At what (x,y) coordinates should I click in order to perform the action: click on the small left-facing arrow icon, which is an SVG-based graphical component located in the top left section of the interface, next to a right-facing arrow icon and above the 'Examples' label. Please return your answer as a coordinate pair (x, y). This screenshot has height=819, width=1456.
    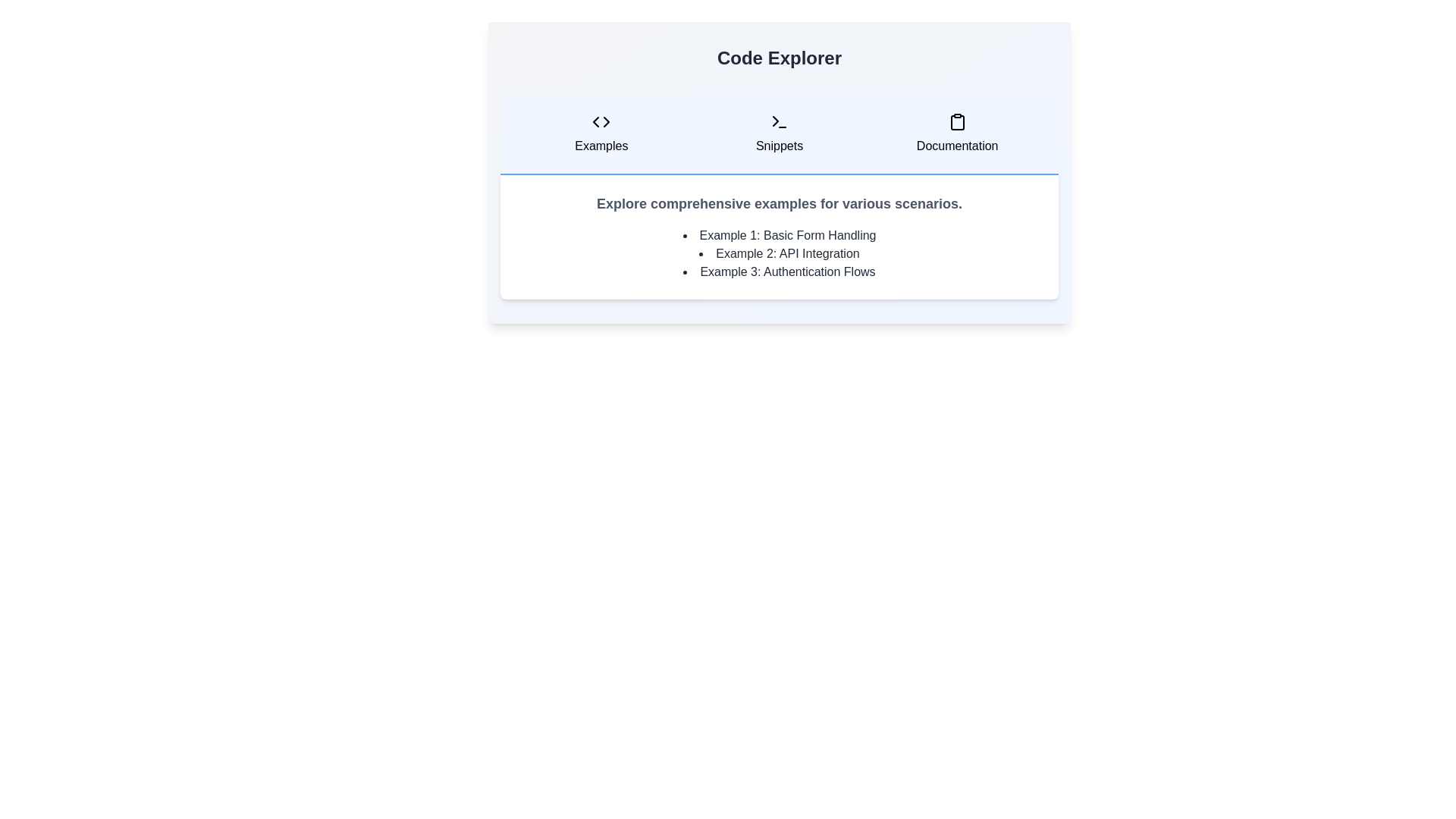
    Looking at the image, I should click on (595, 121).